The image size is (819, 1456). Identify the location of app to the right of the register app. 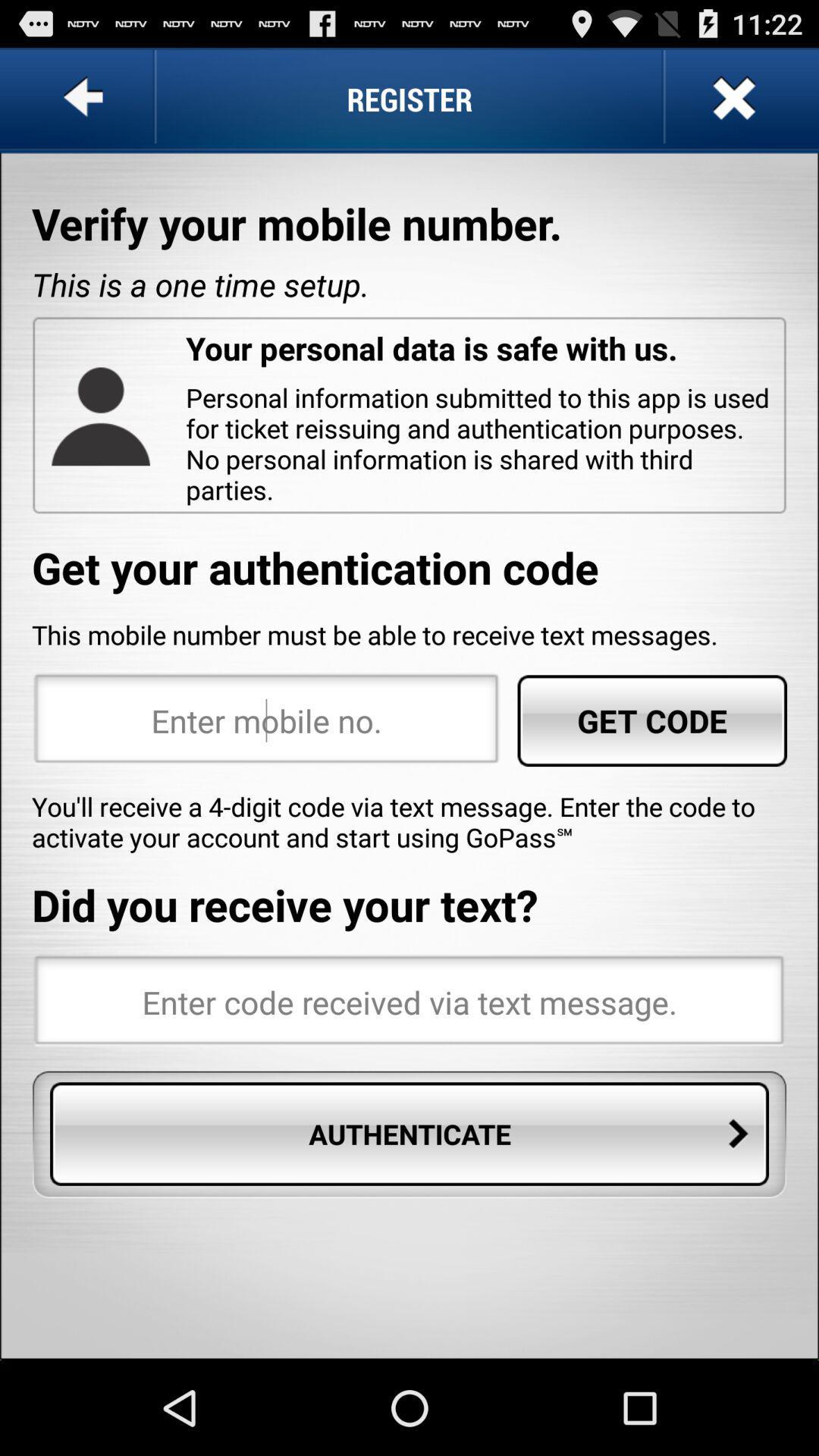
(731, 98).